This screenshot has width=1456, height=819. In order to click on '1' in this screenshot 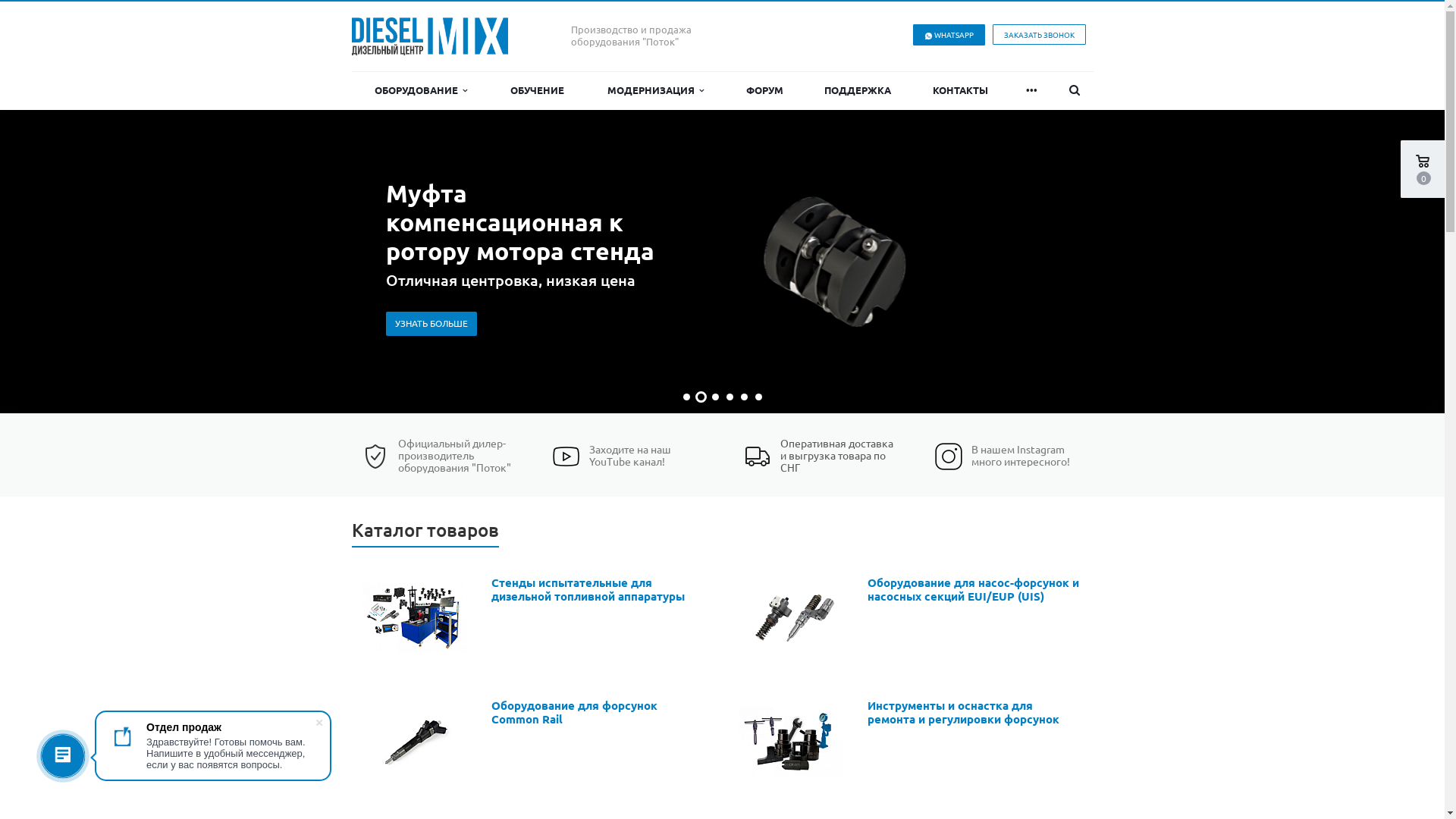, I will do `click(686, 396)`.